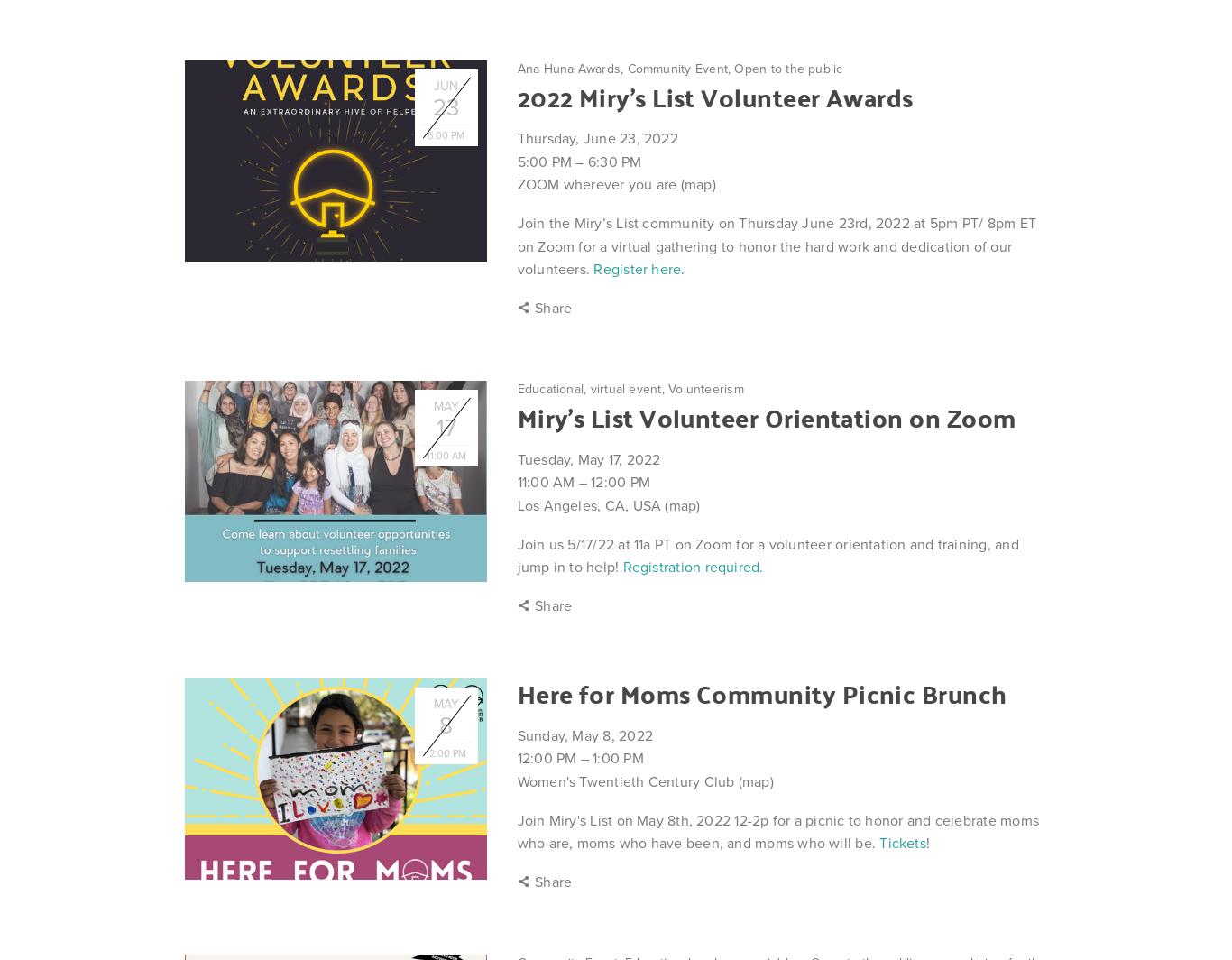 This screenshot has height=960, width=1232. Describe the element at coordinates (676, 68) in the screenshot. I see `'Community Event'` at that location.